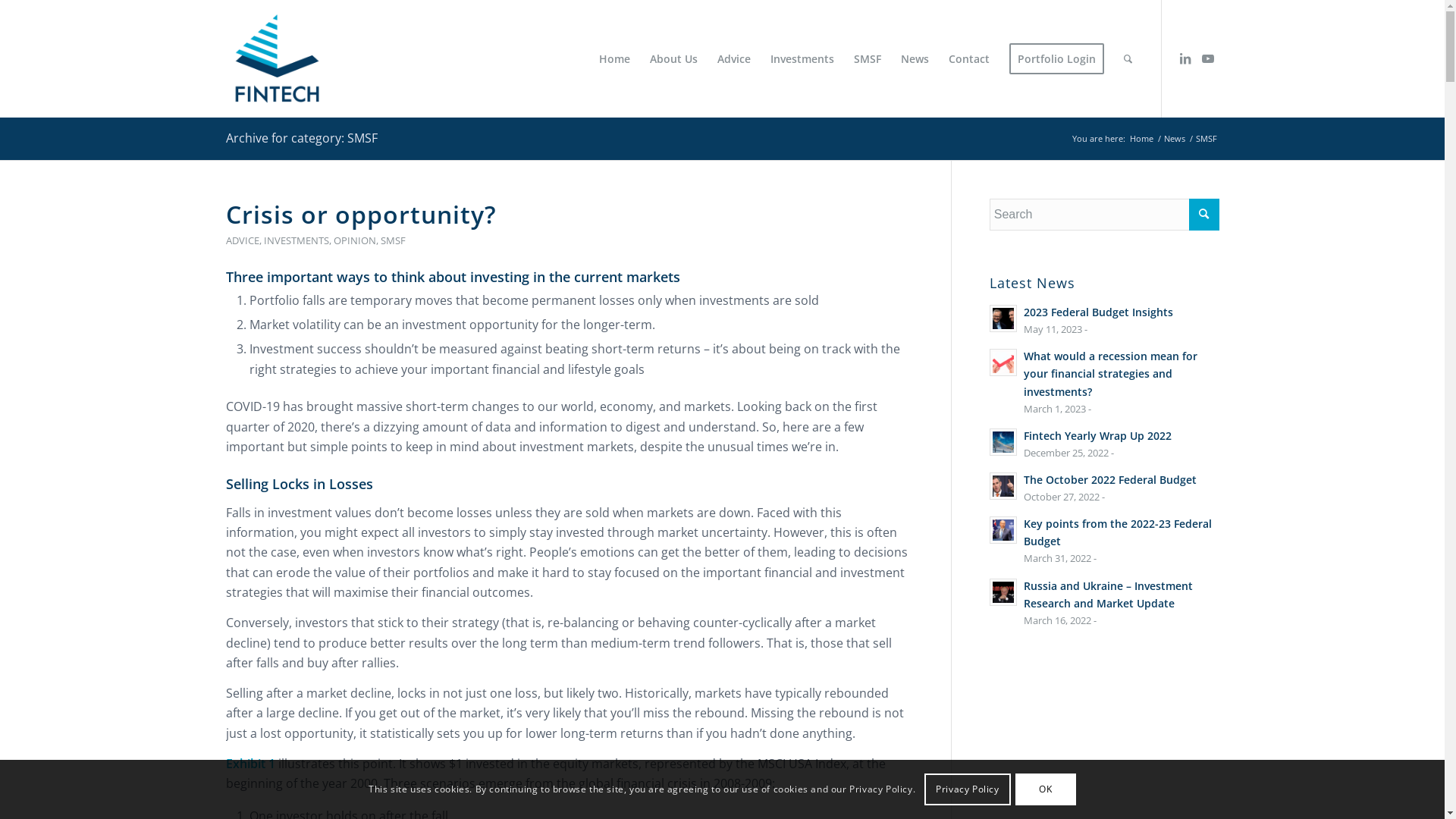  I want to click on 'Contact', so click(968, 58).